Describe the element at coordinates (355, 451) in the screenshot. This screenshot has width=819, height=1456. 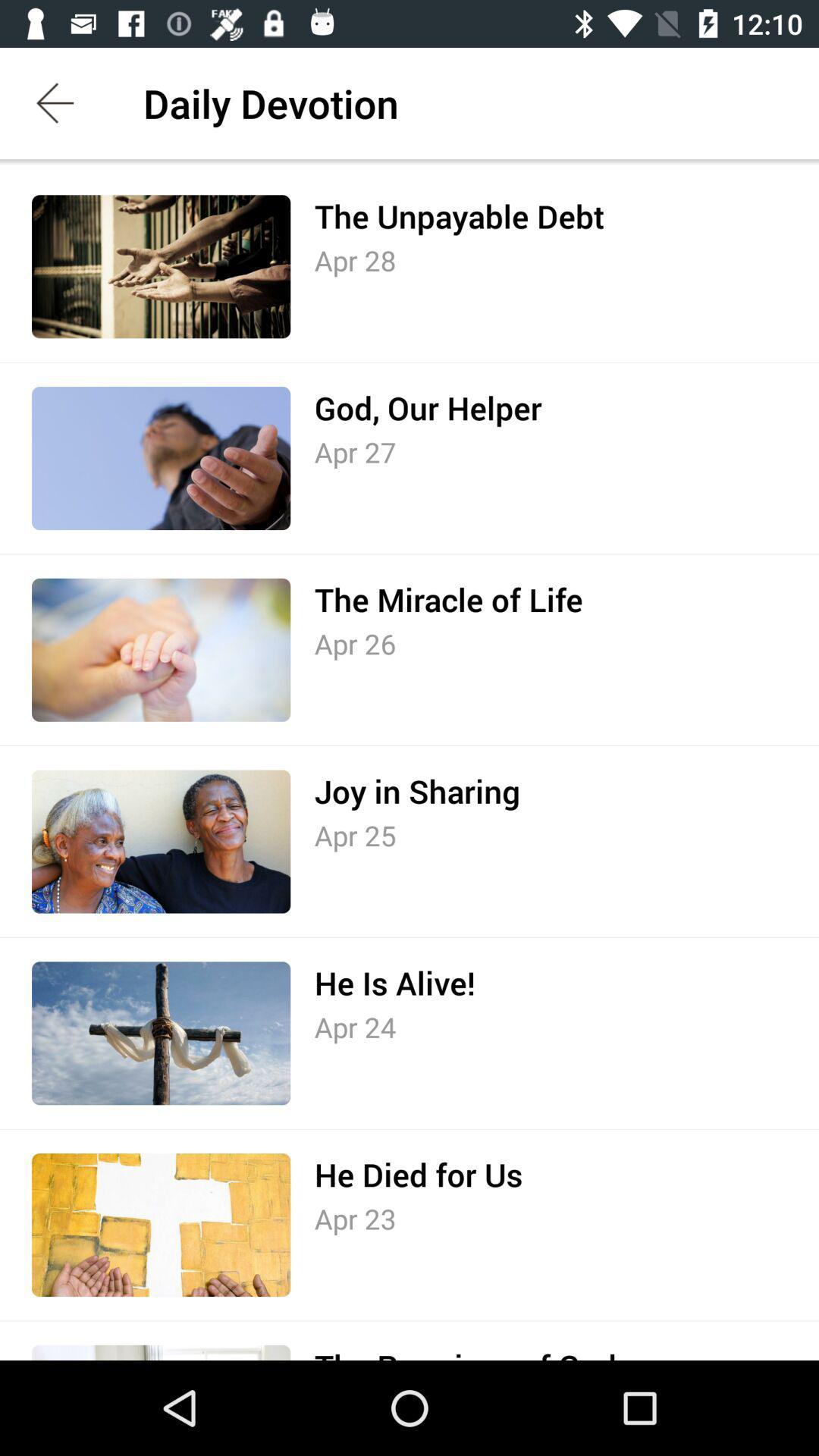
I see `apr 27 item` at that location.